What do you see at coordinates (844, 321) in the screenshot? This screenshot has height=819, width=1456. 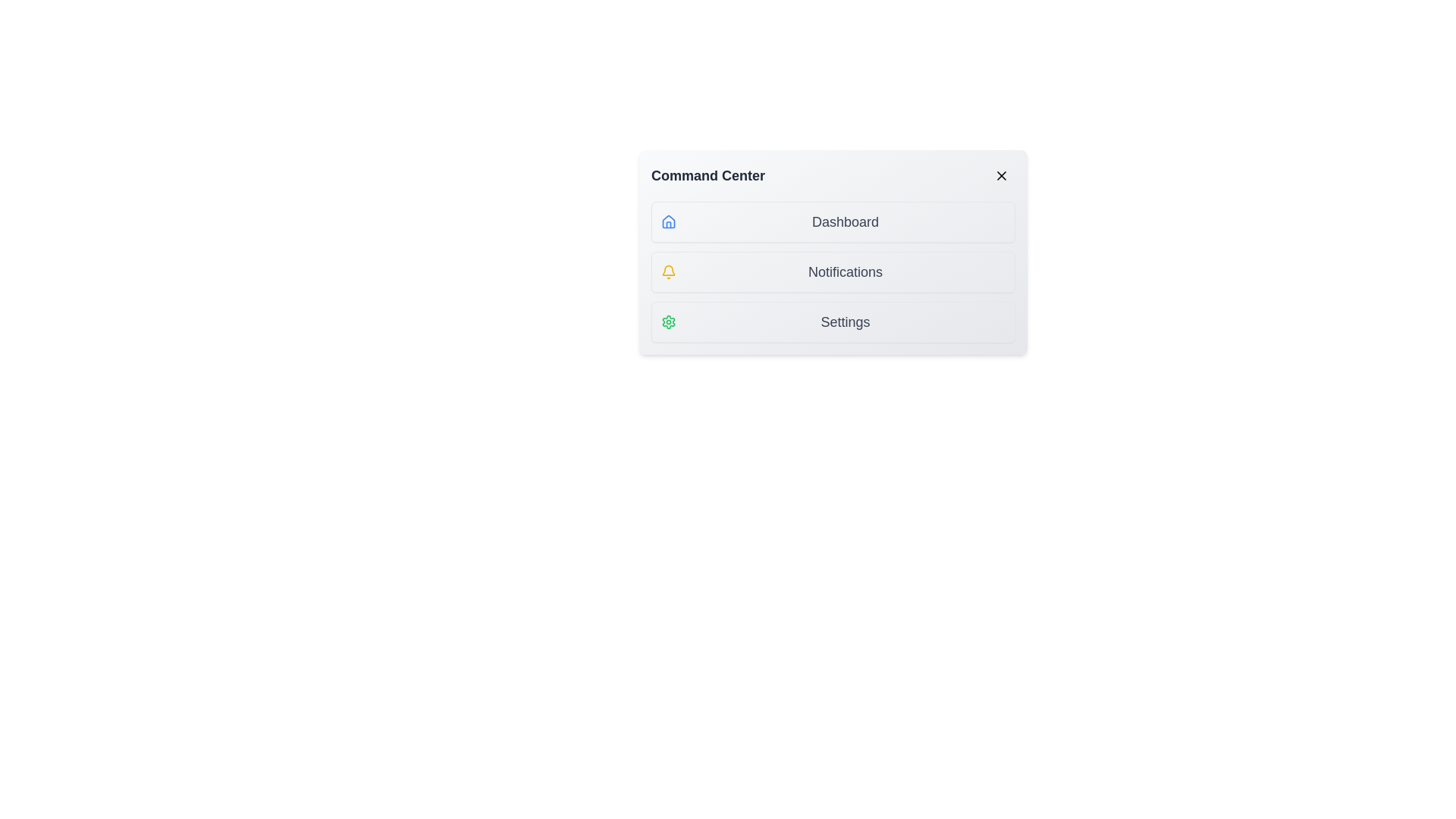 I see `the 'Settings' label, which is located beneath the header 'Command Center' and is the third item in the vertical stack of options` at bounding box center [844, 321].